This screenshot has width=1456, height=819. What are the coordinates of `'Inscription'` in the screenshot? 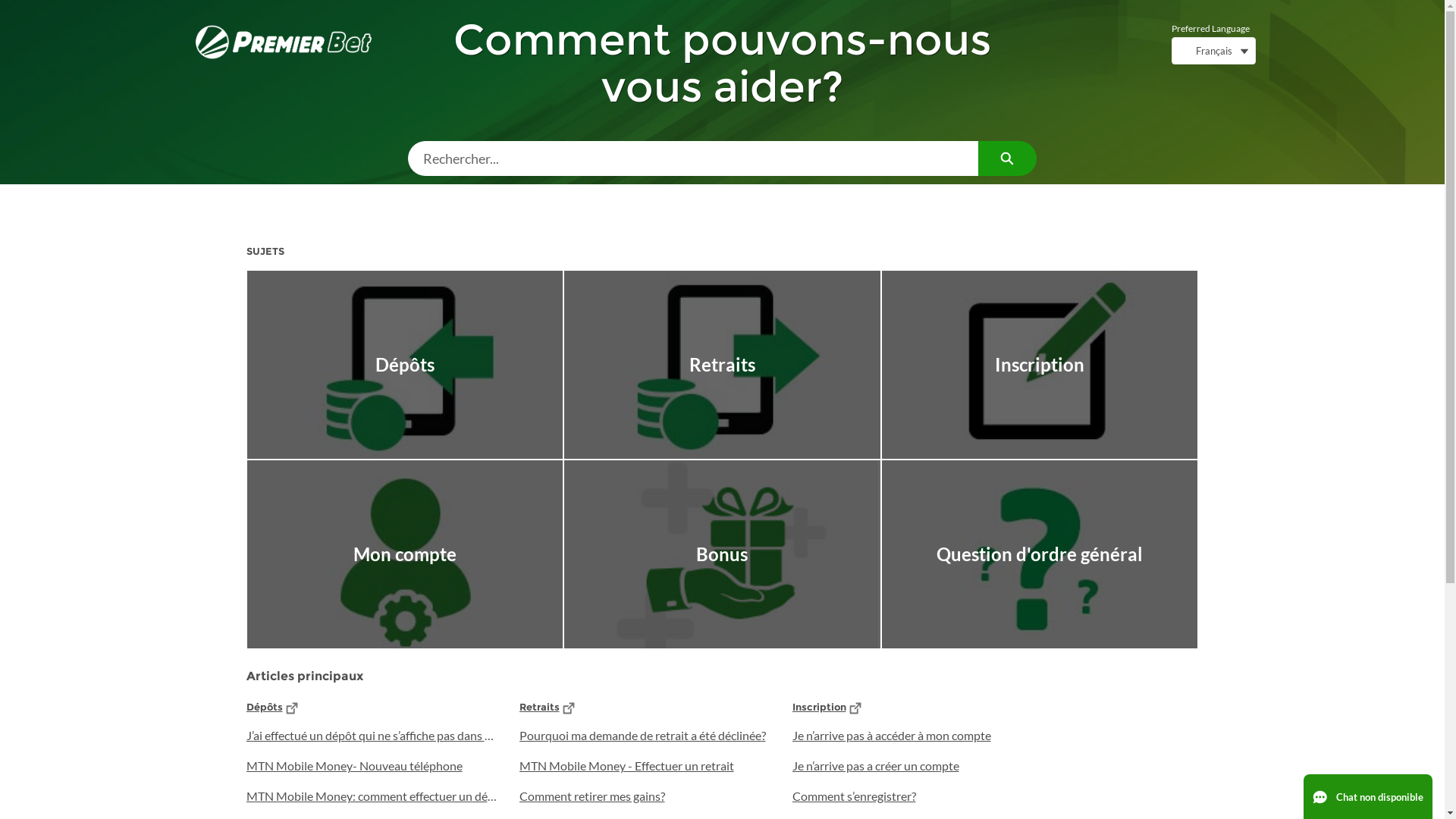 It's located at (817, 707).